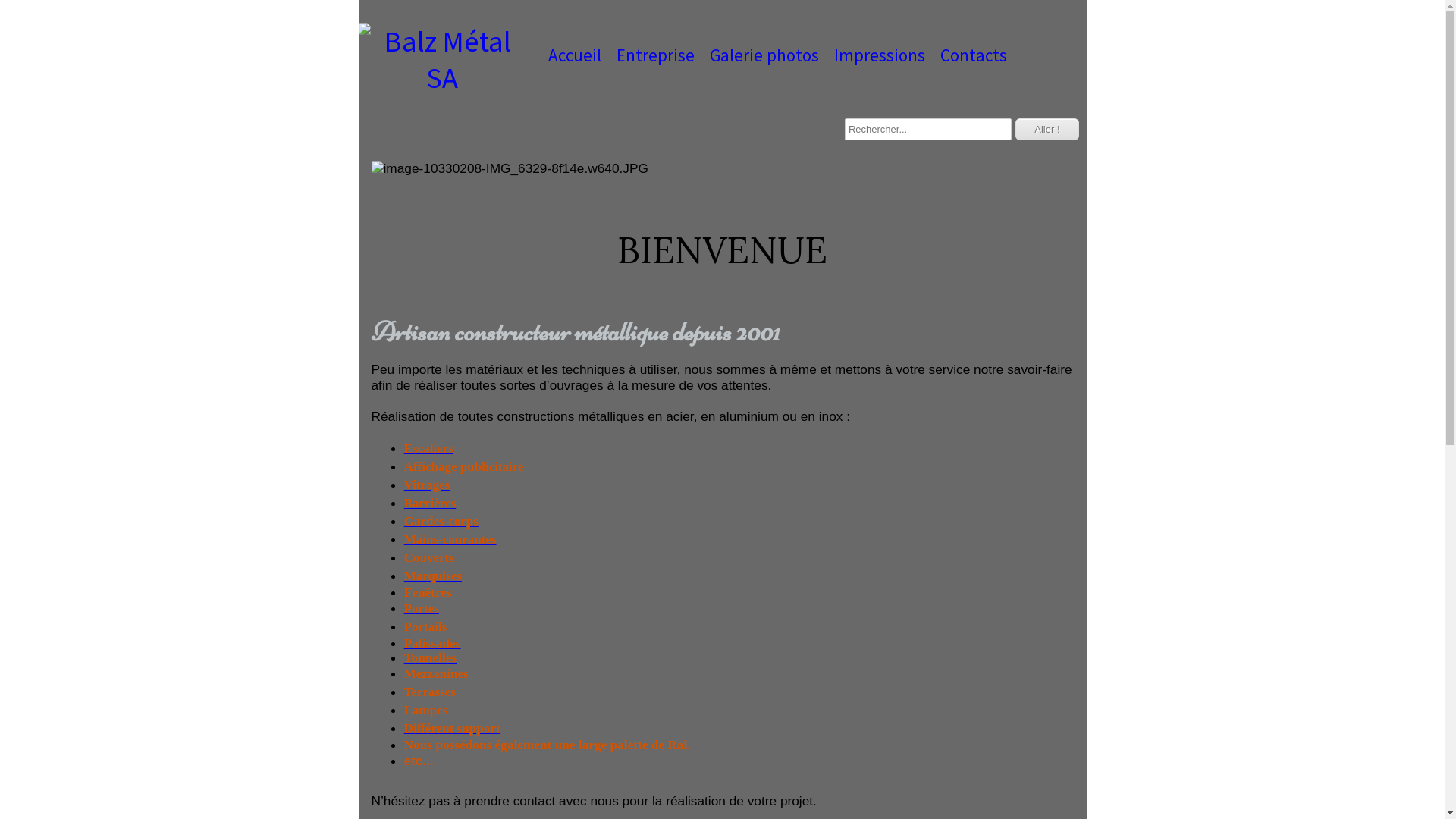 The image size is (1456, 819). Describe the element at coordinates (429, 657) in the screenshot. I see `'Tonnelles'` at that location.